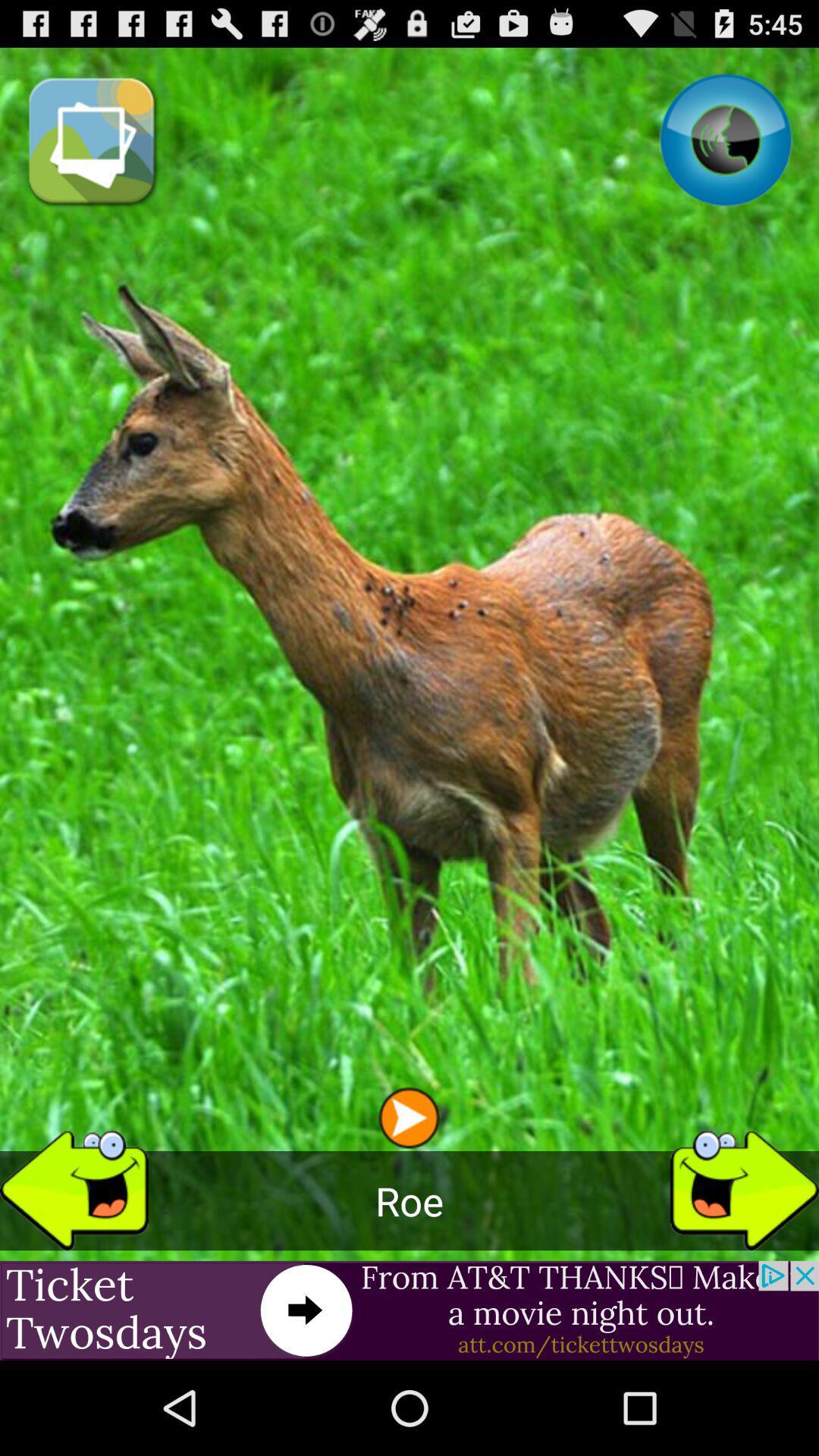 This screenshot has width=819, height=1456. I want to click on the play icon, so click(408, 1195).